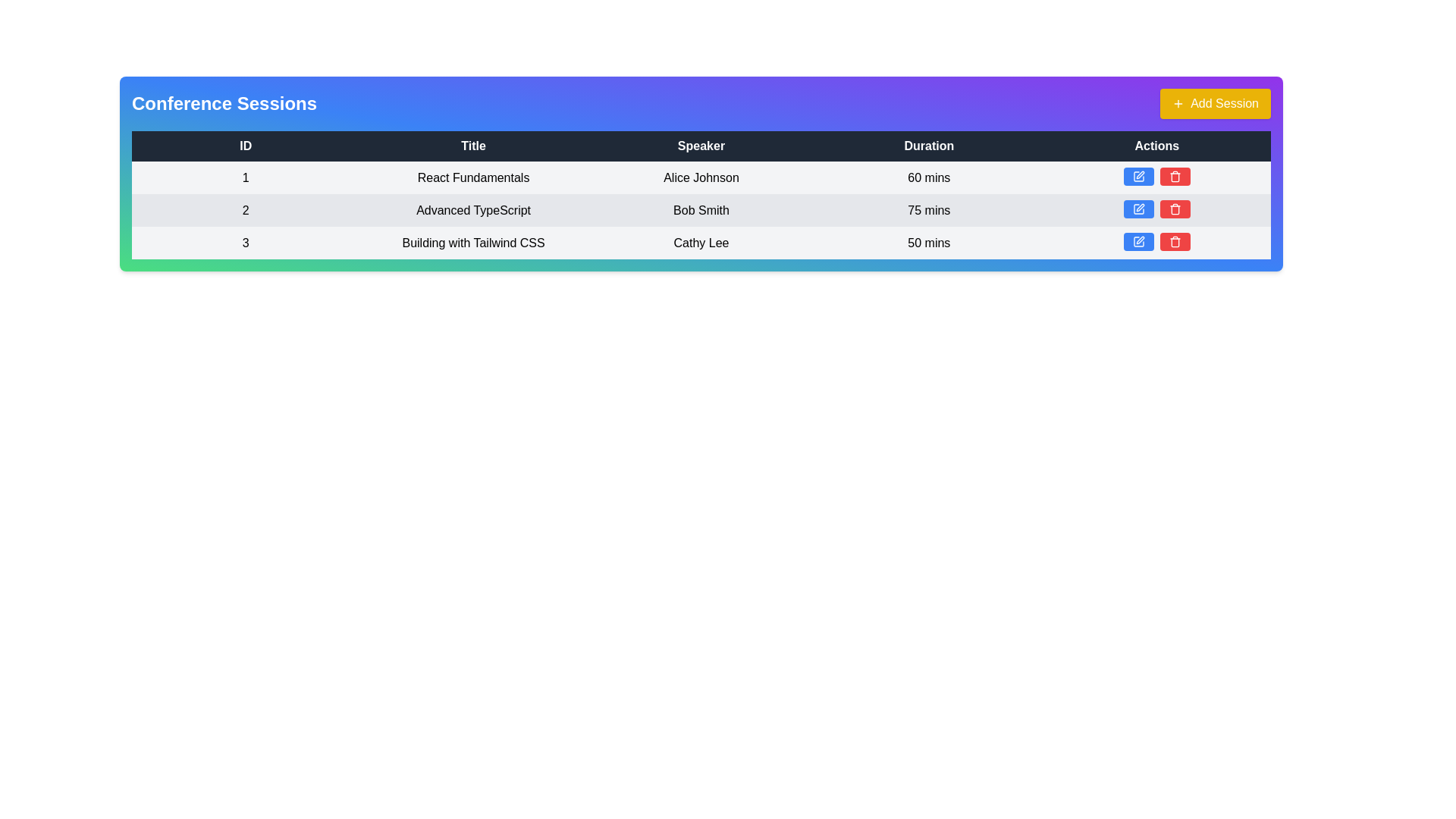  What do you see at coordinates (1138, 175) in the screenshot?
I see `the edit icon button, which is represented by a pen or pencil within a light blue square frame, located in the 'Actions' column of the first row for the 'React Fundamentals' session` at bounding box center [1138, 175].